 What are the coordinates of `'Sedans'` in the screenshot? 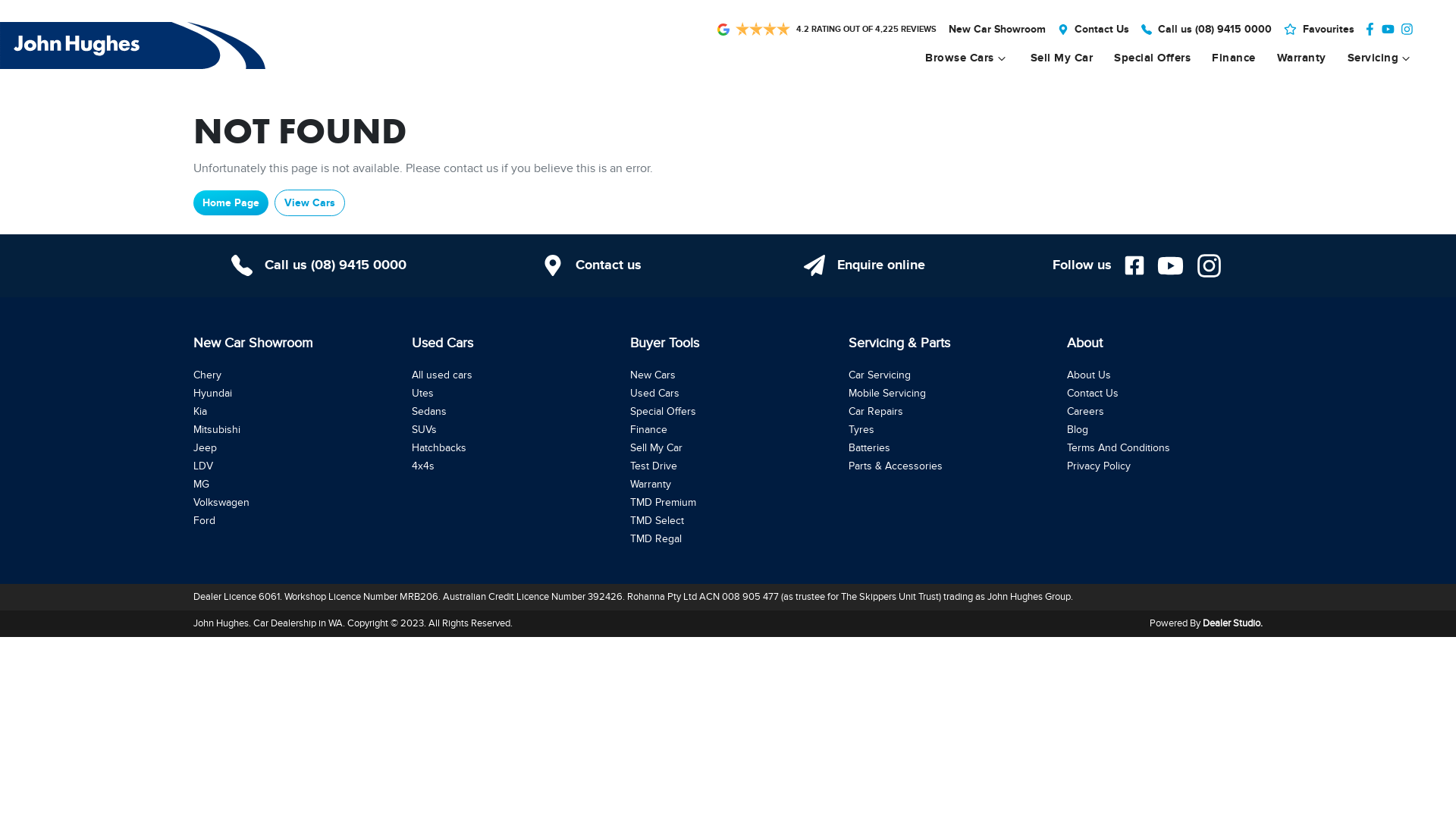 It's located at (428, 411).